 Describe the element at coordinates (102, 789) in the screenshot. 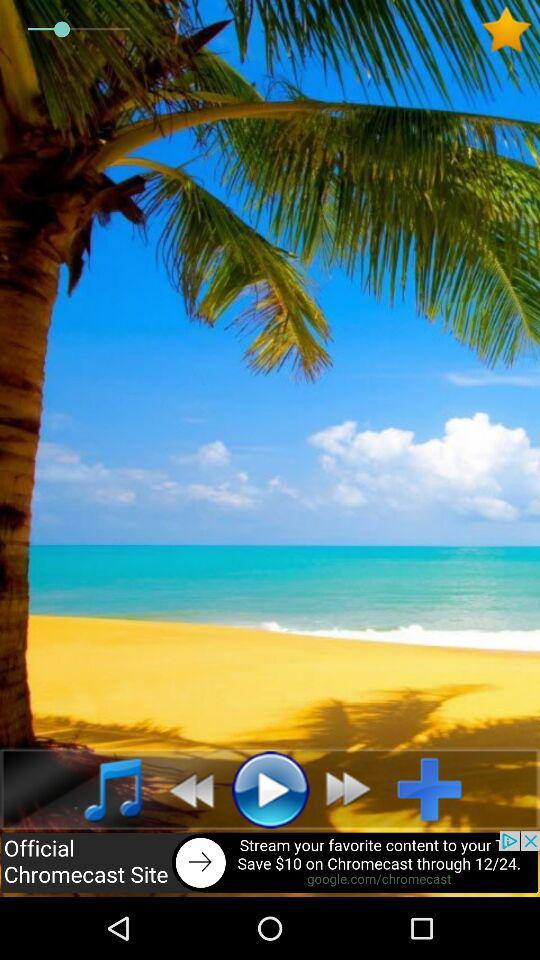

I see `the music icon` at that location.